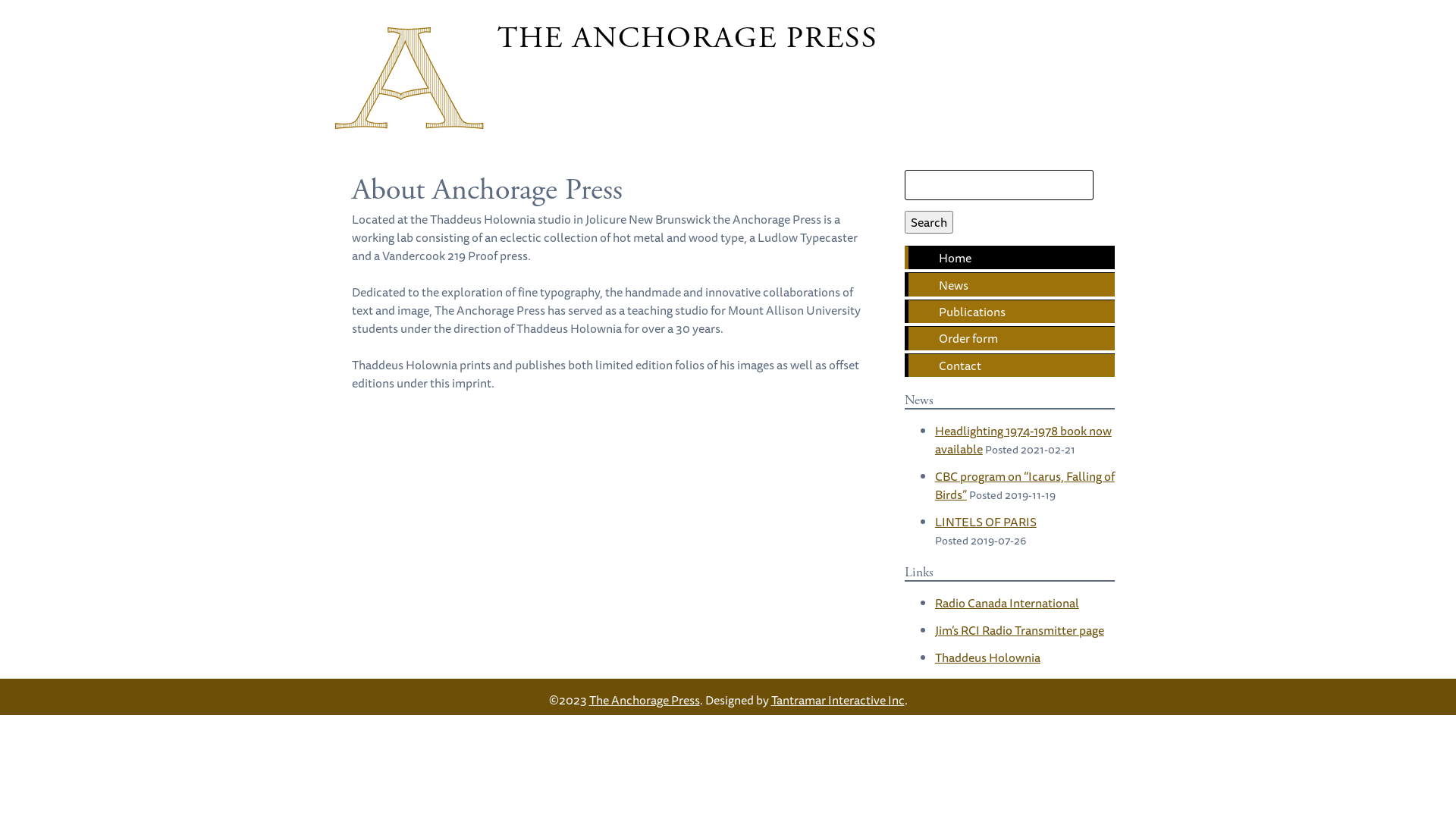 The image size is (1456, 819). I want to click on 'Contact', so click(1009, 365).